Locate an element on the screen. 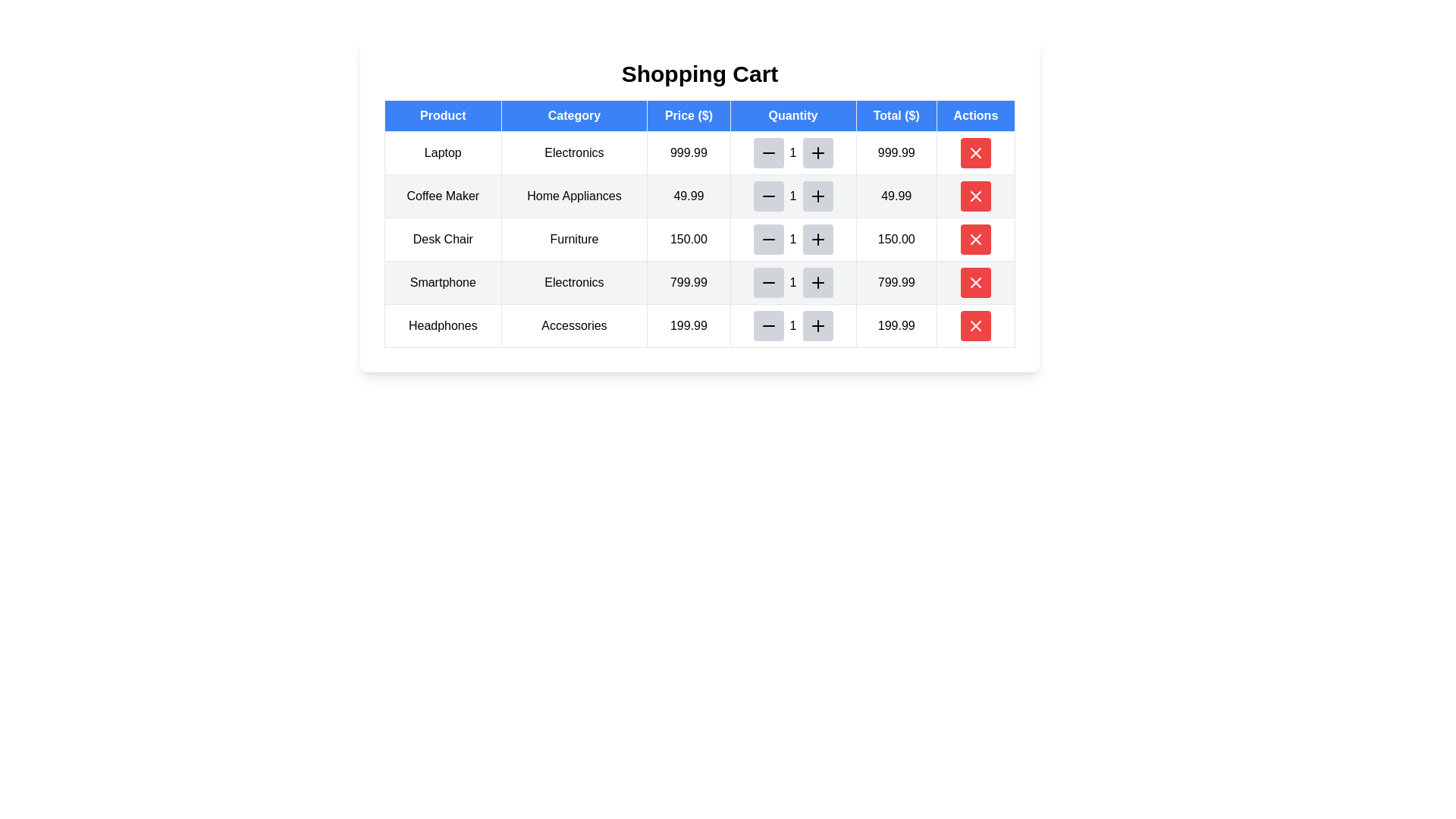 The height and width of the screenshot is (819, 1456). displayed text '49.99' from the Text element located under the 'Price ($)' column for the 'Coffee Maker' entry in the table is located at coordinates (688, 195).